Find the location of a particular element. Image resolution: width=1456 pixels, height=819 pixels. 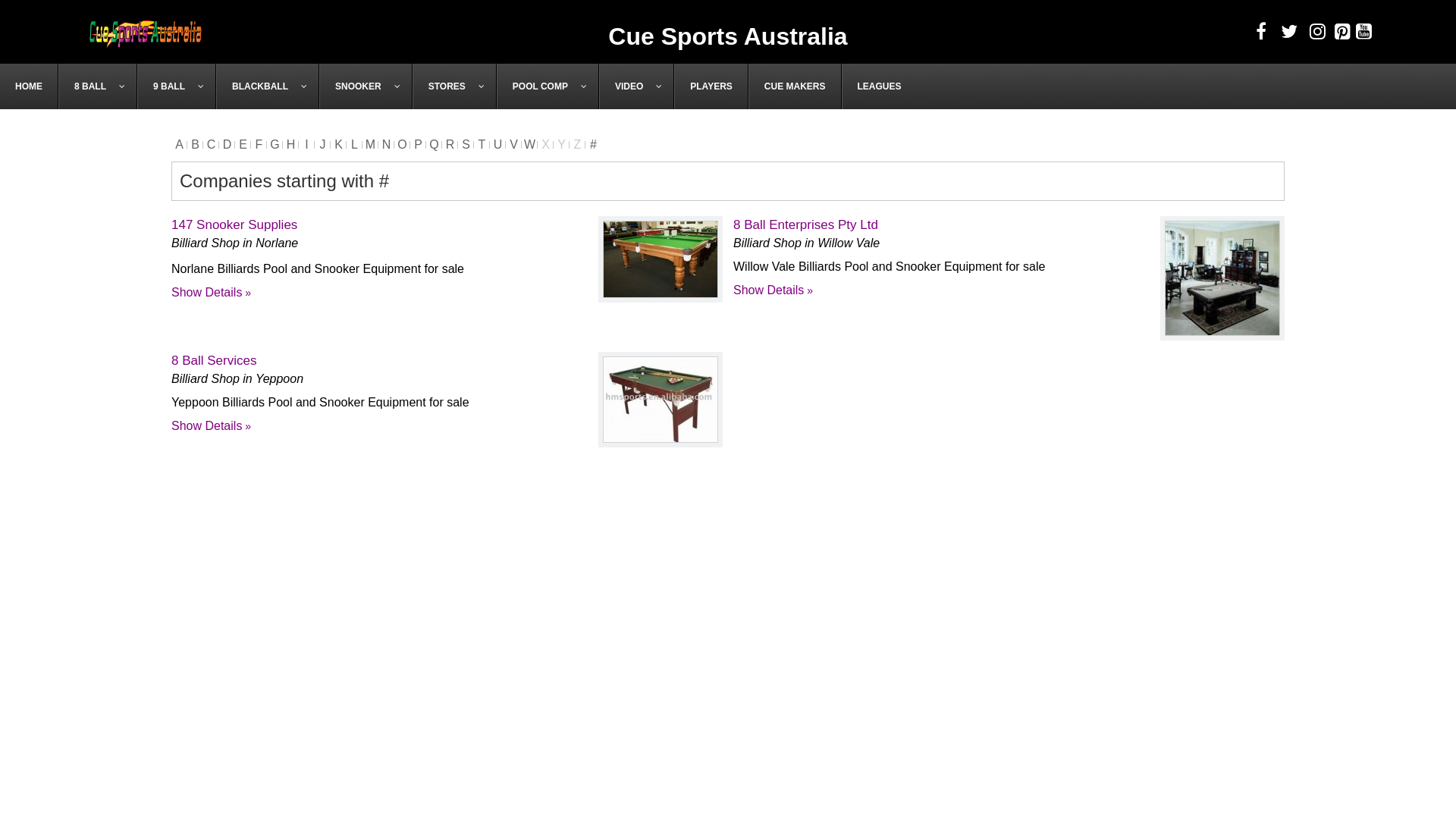

'POOL COMP' is located at coordinates (496, 86).